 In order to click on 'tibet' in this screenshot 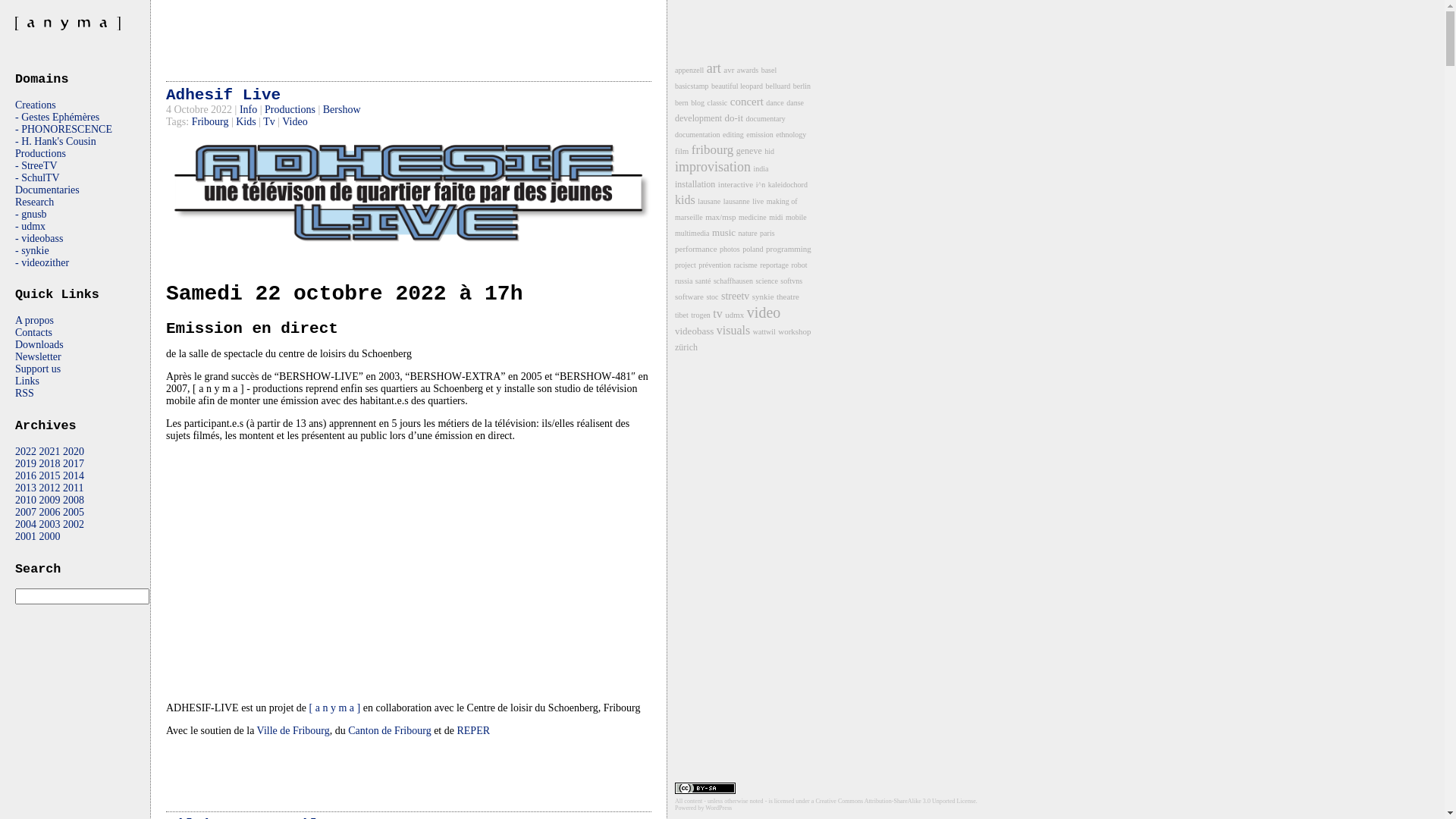, I will do `click(673, 314)`.